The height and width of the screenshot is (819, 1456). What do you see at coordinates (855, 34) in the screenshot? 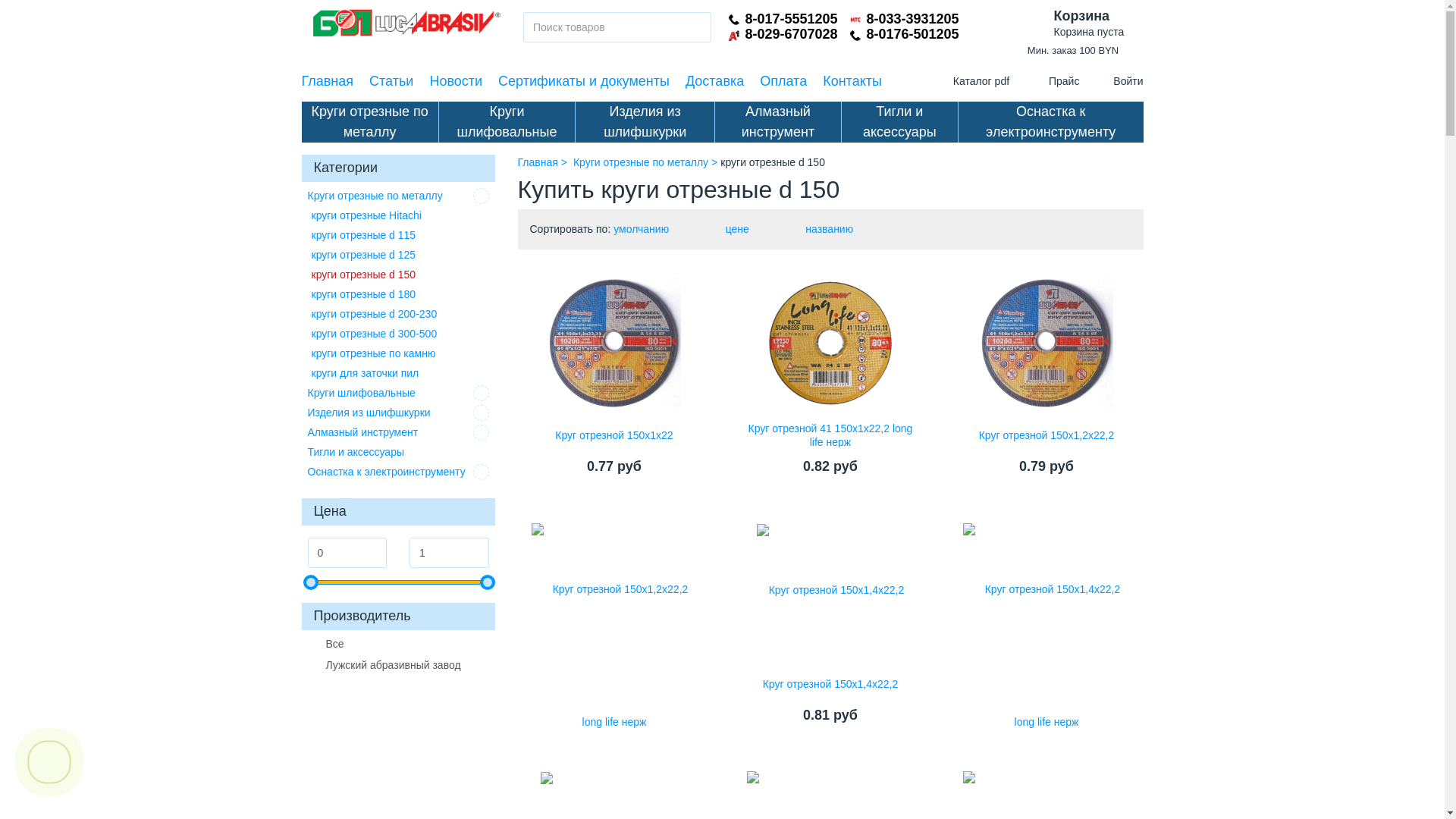
I see `'Telephone'` at bounding box center [855, 34].